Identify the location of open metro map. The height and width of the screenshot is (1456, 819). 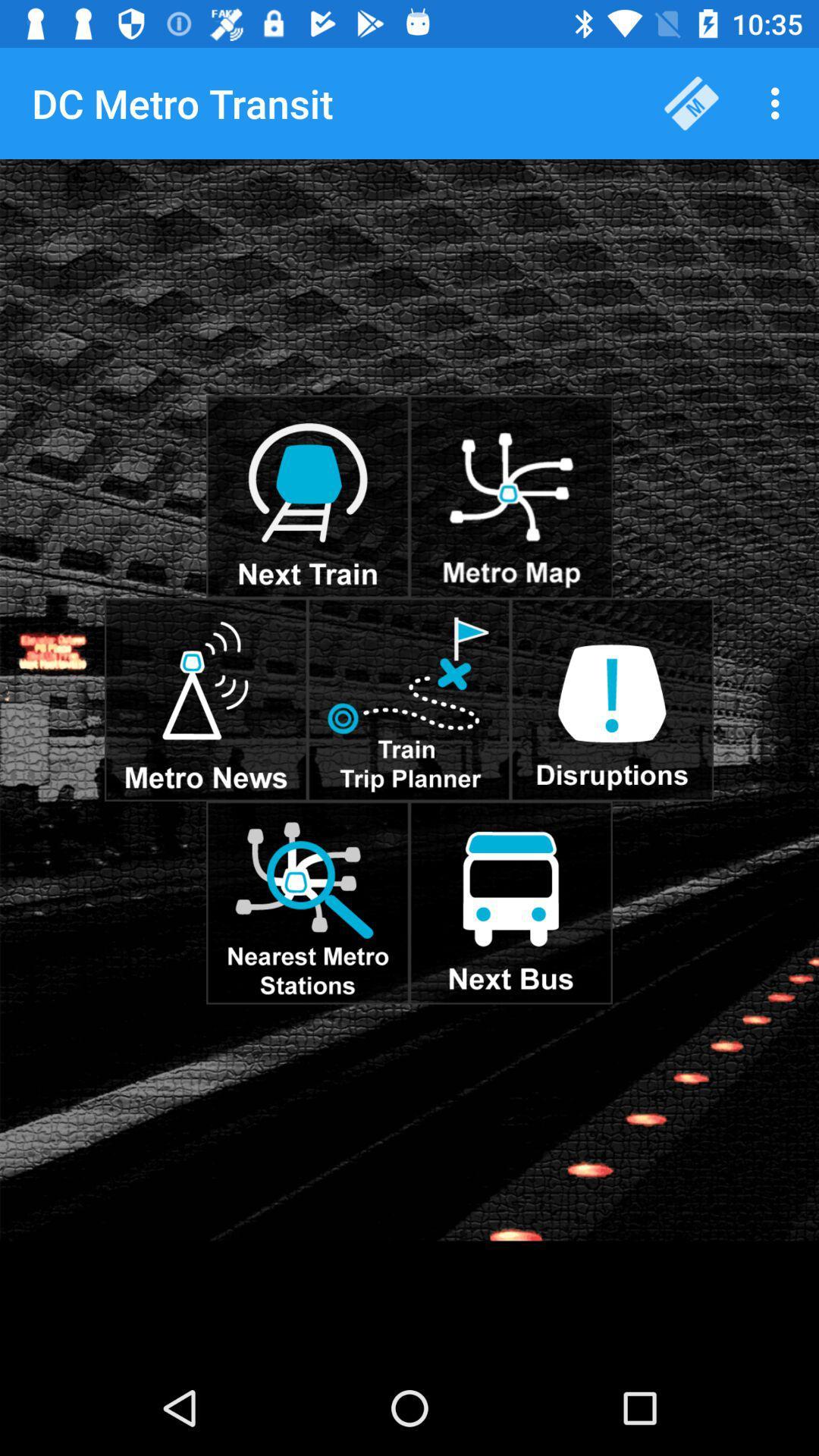
(510, 497).